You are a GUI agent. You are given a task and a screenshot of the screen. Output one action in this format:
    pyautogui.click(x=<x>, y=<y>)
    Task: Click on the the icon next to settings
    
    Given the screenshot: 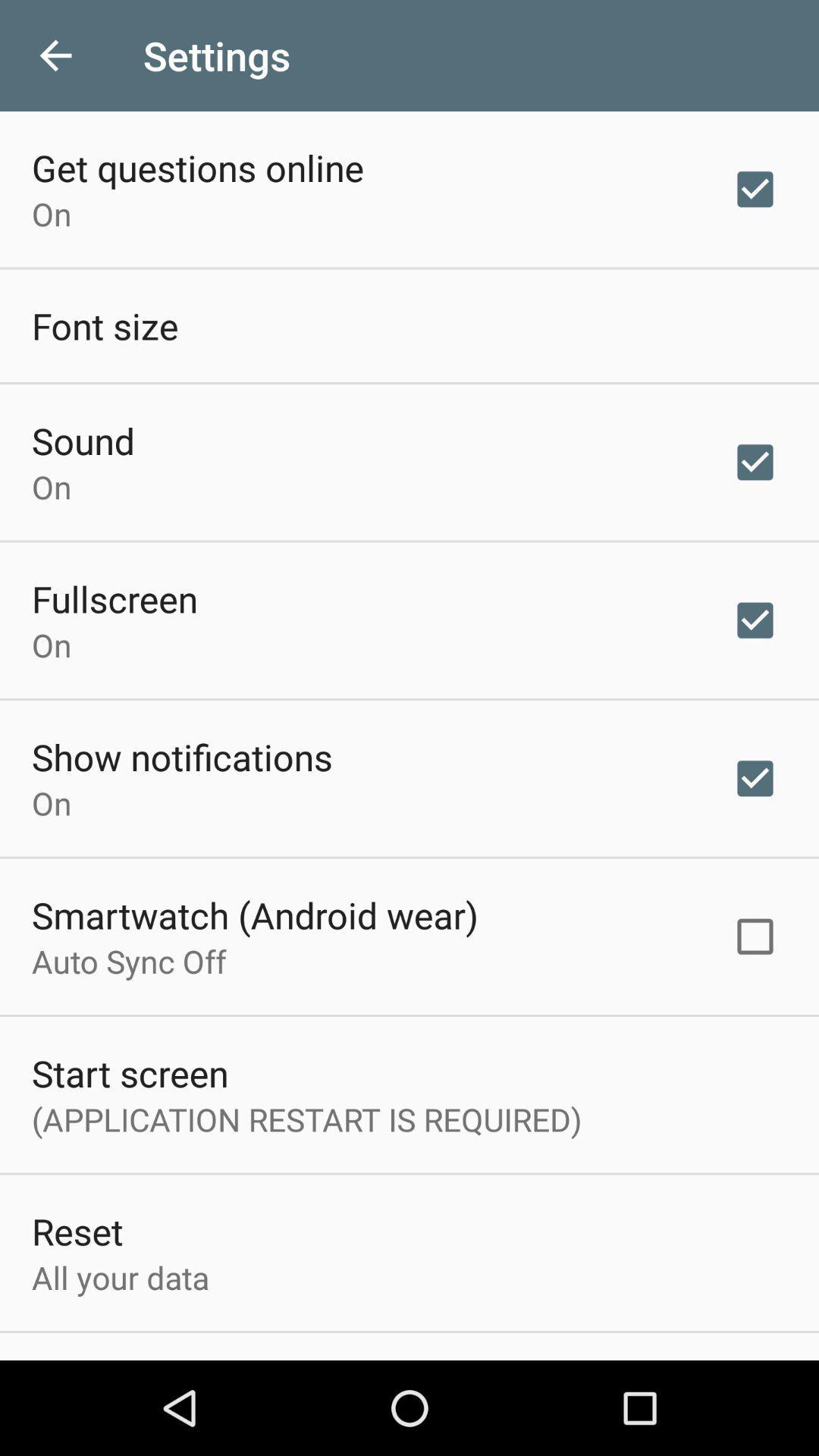 What is the action you would take?
    pyautogui.click(x=55, y=55)
    